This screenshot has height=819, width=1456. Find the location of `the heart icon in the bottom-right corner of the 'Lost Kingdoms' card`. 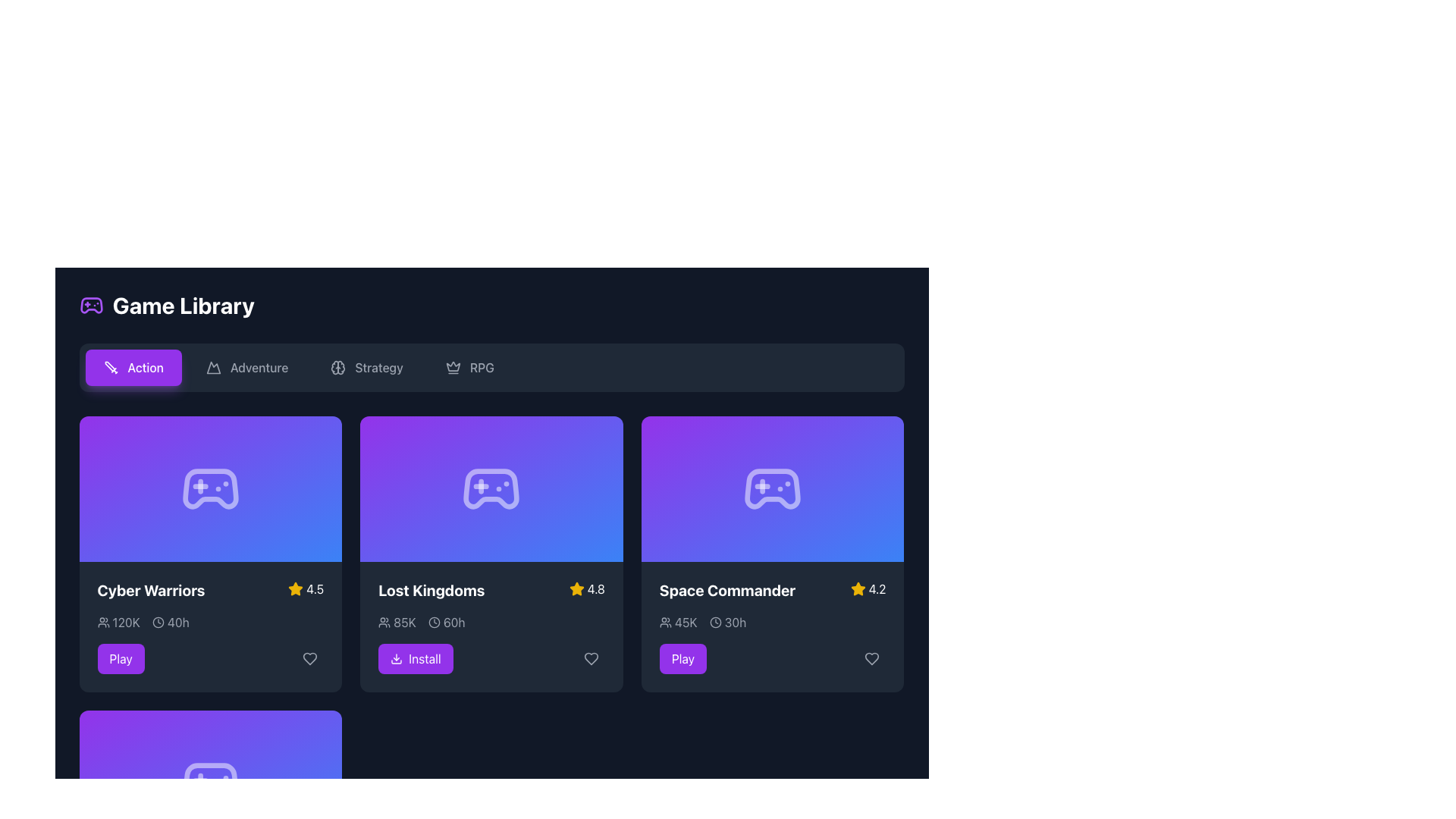

the heart icon in the bottom-right corner of the 'Lost Kingdoms' card is located at coordinates (590, 657).